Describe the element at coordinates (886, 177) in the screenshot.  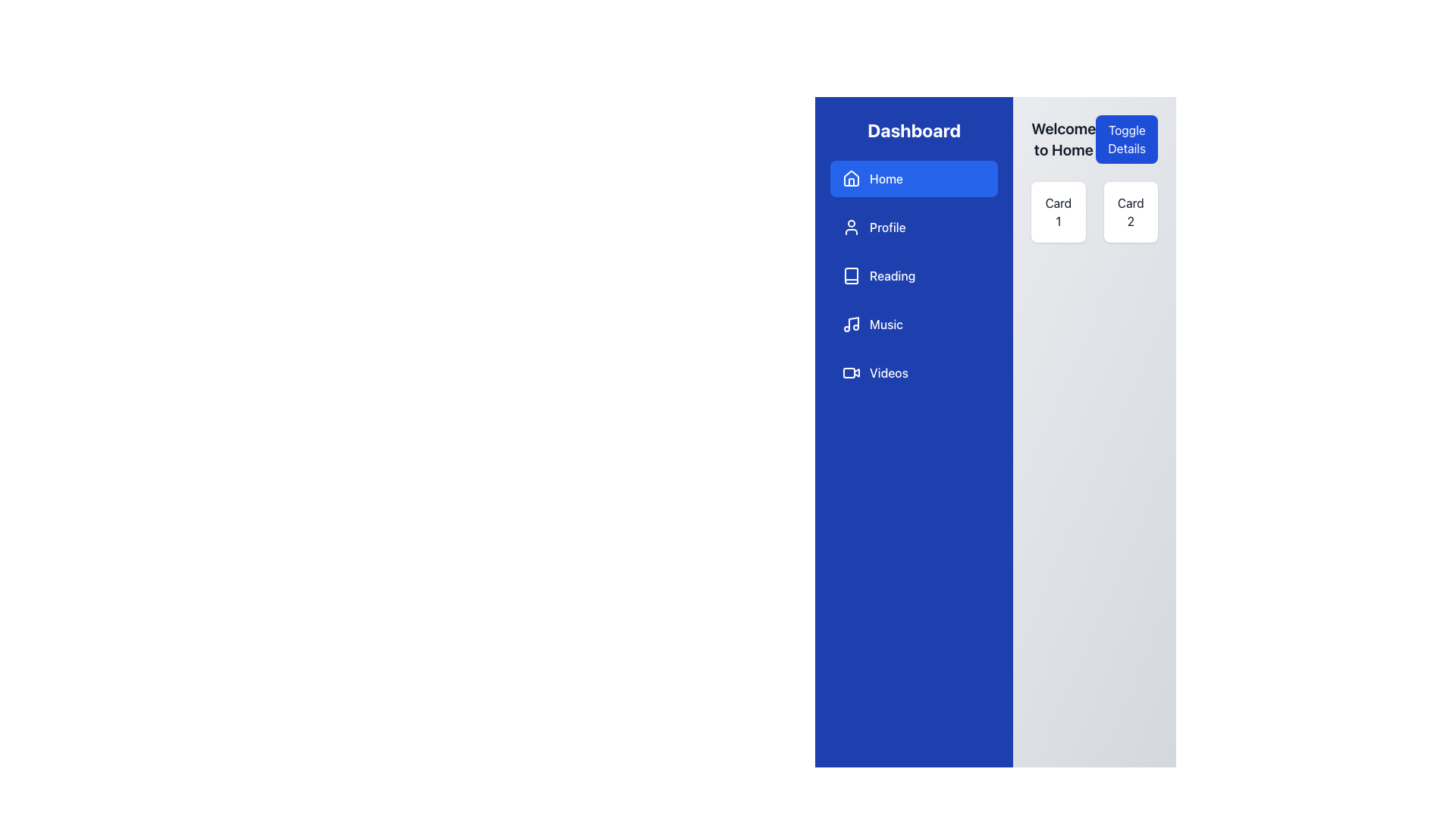
I see `the label for the 'Home' section` at that location.